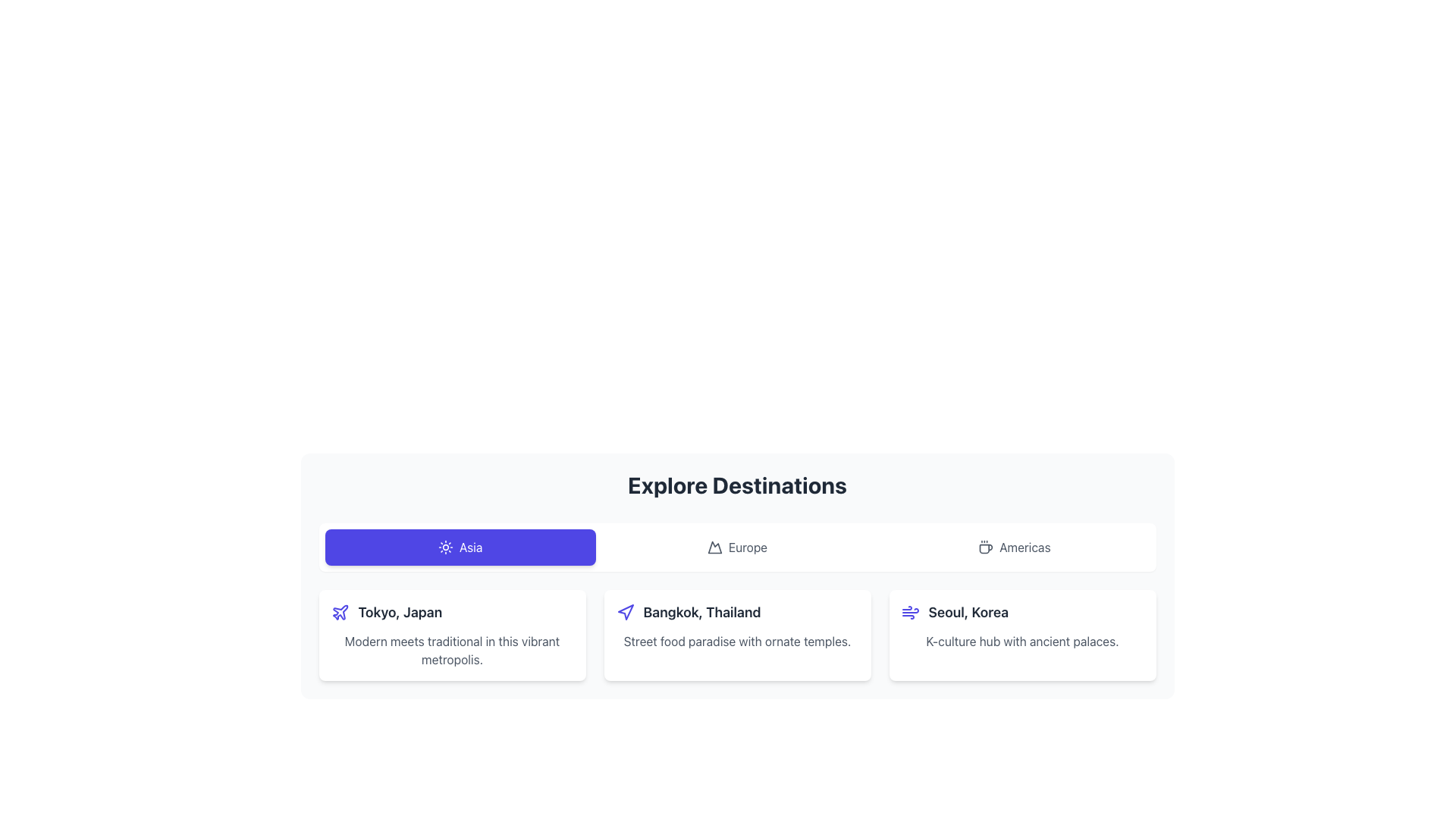  I want to click on the Icon component resembling a coffee cup's body within the SVG, so click(986, 549).